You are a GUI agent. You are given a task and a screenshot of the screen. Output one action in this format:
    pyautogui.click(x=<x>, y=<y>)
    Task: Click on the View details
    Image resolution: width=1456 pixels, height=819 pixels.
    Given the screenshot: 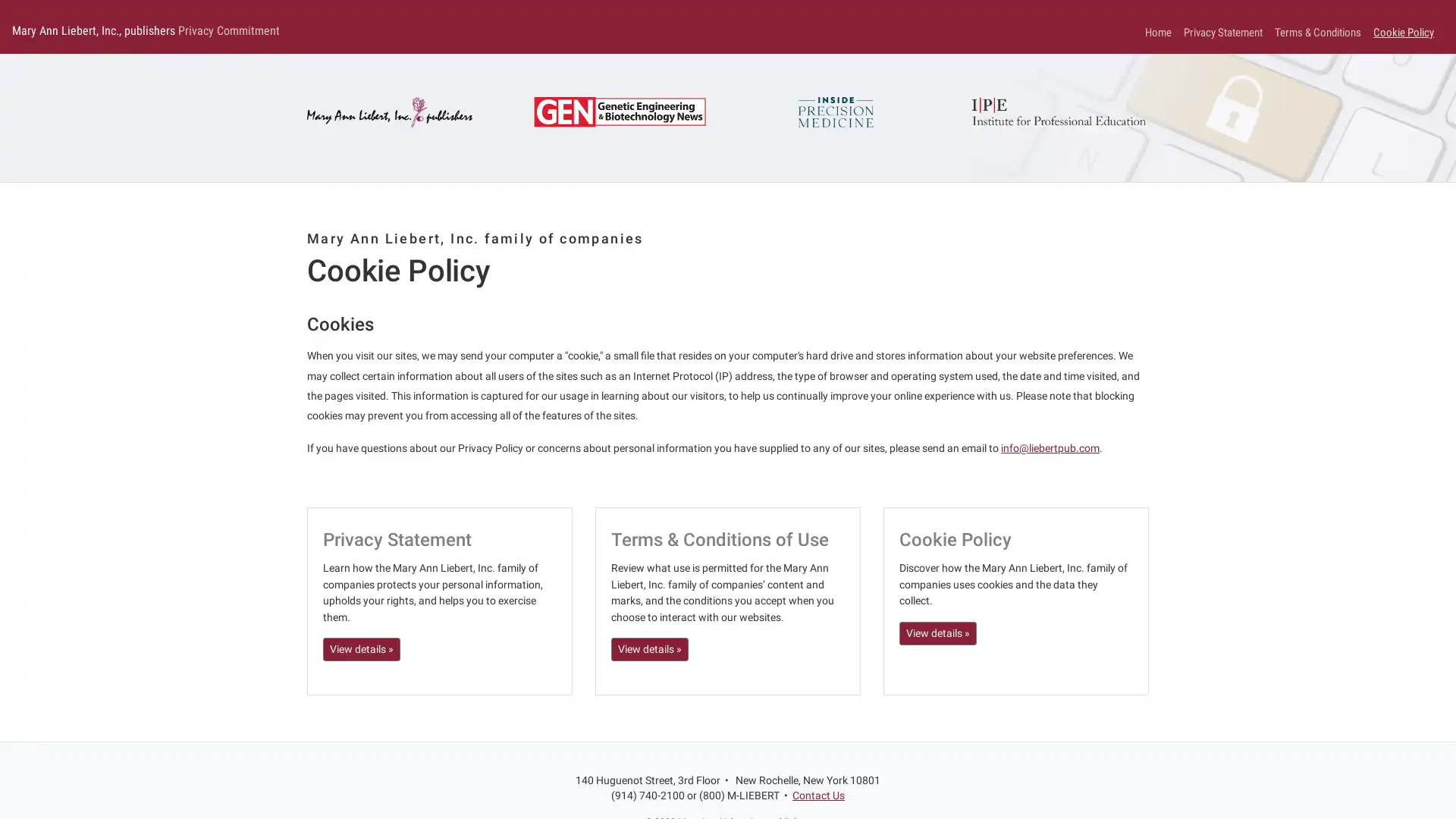 What is the action you would take?
    pyautogui.click(x=360, y=648)
    